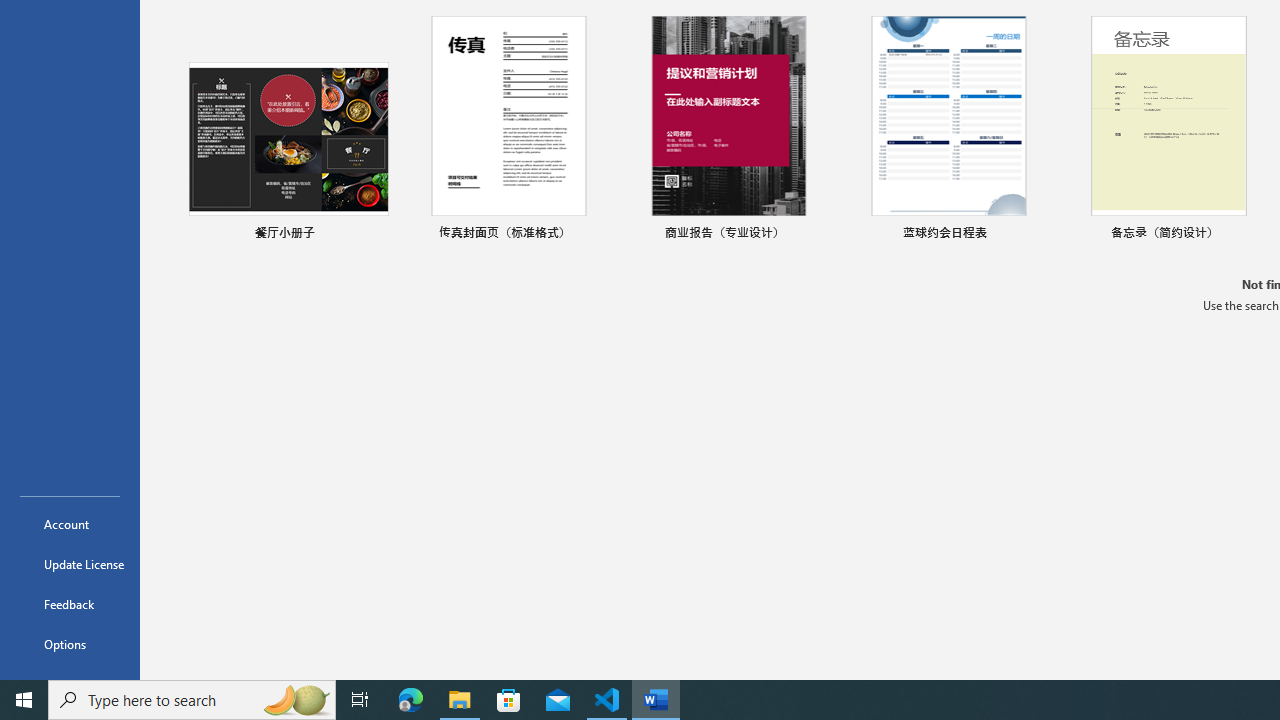 The height and width of the screenshot is (720, 1280). I want to click on 'Pin to list', so click(1254, 234).